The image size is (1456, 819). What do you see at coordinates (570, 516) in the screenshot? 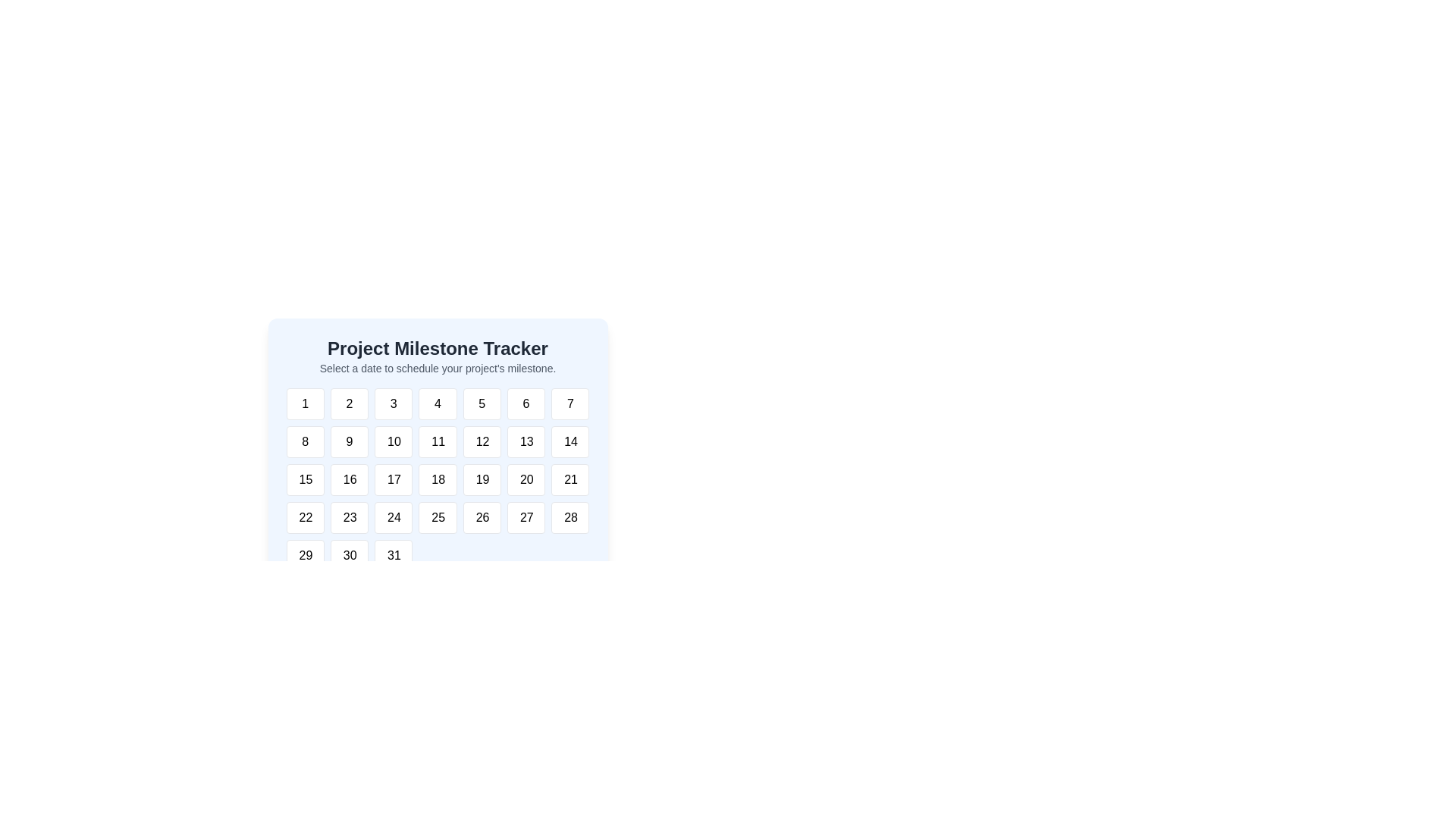
I see `the rectangular button with the number '28' in black text, located in the seventh column of the fourth row of the calendar grid` at bounding box center [570, 516].